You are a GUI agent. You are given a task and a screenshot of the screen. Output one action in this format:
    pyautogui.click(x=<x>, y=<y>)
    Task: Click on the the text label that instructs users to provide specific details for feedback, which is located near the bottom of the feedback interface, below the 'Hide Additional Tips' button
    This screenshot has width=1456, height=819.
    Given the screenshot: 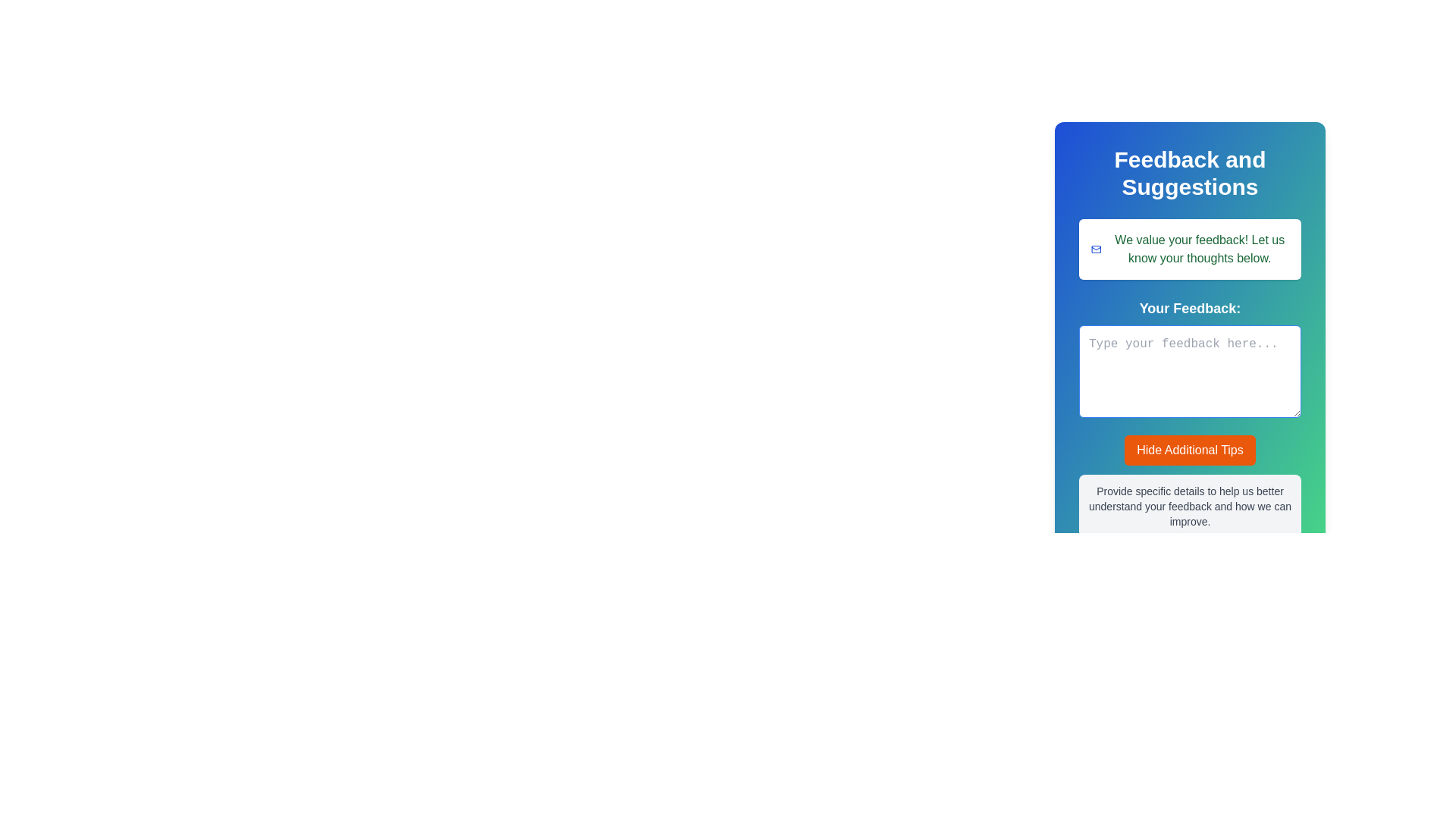 What is the action you would take?
    pyautogui.click(x=1189, y=506)
    